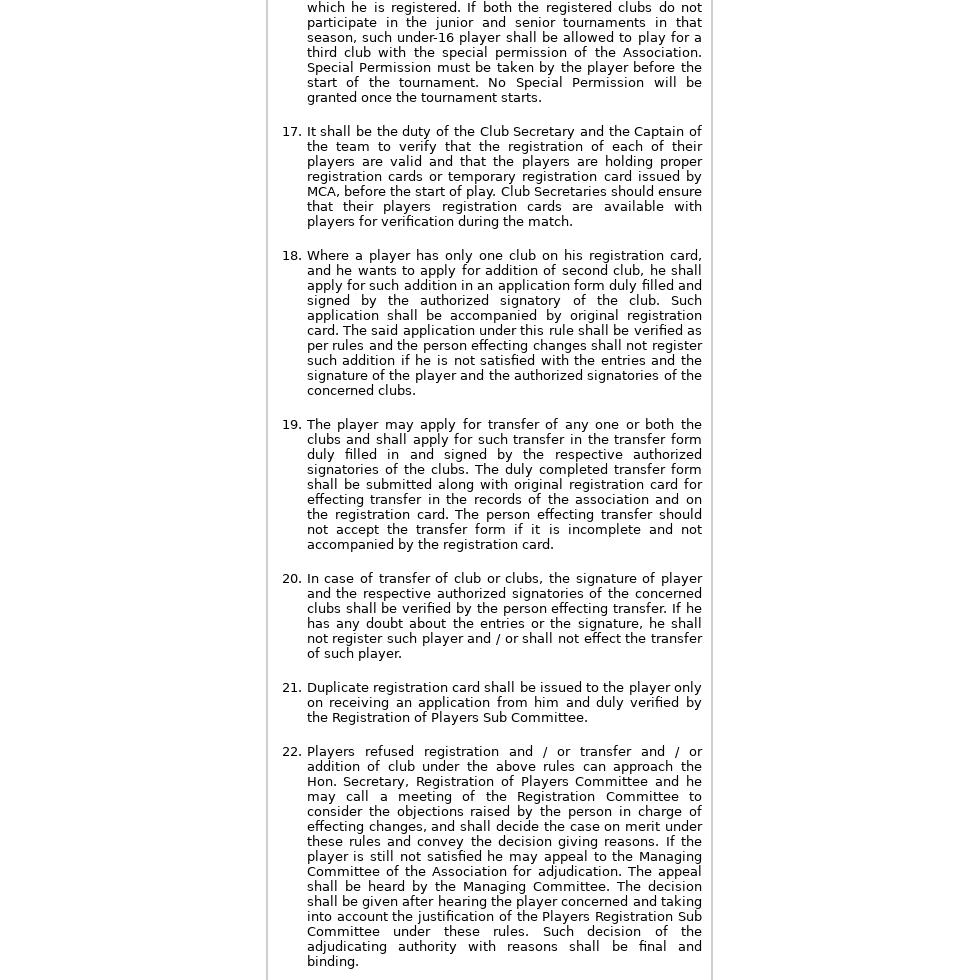 The image size is (980, 980). I want to click on 'Players refused registration and / or transfer and / or addition of club under the above rules can approach the Hon. Secretary, Registration of Players Committee and he may call a meeting of the Registration Committee to consider the objections raised by the person in charge of effecting changes, and shall decide the case on merit under these rules and convey the decision giving reasons. If the player is still not satisfied he may appeal to the Managing Committee of the Association for adjudication. The appeal shall be heard by the Managing Committee. The decision shall be given after hearing the player concerned and taking into account the justification of the Players Registration Sub Committee under these rules. Such decision of the adjudicating authority with reasons shall be final and binding.', so click(503, 856).